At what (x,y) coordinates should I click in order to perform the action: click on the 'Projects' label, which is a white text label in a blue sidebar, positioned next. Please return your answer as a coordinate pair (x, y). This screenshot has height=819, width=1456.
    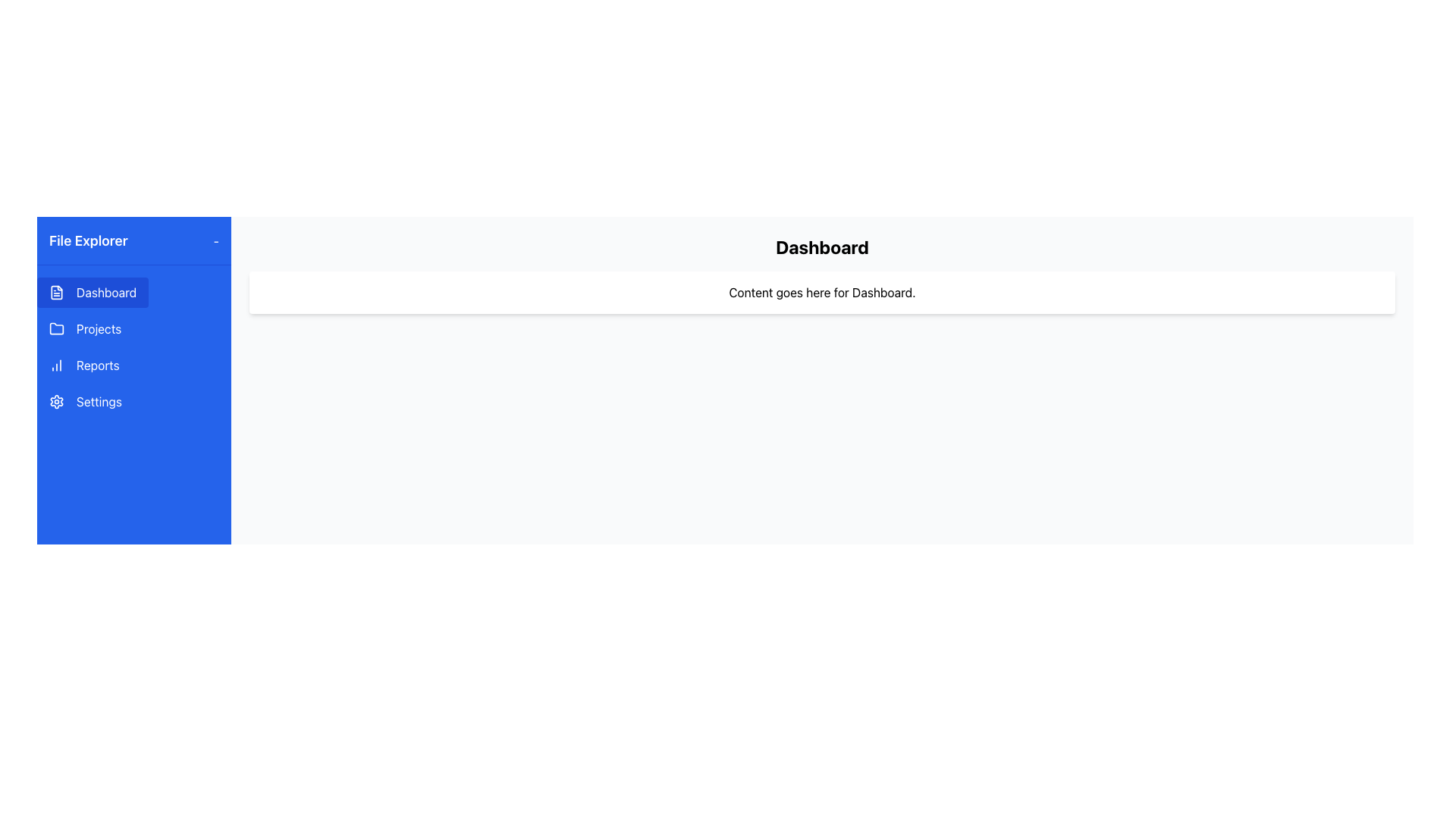
    Looking at the image, I should click on (98, 328).